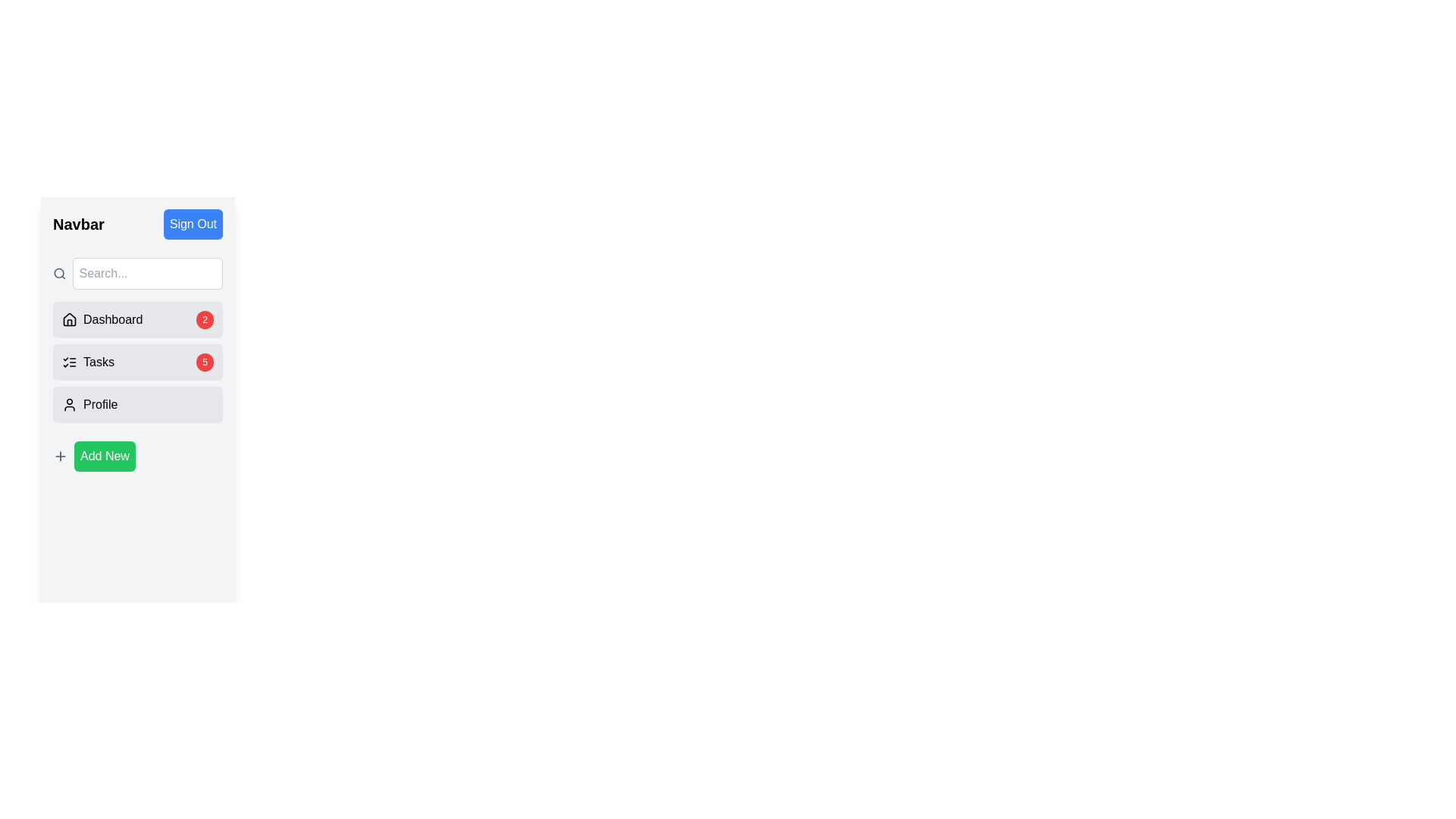  What do you see at coordinates (99, 403) in the screenshot?
I see `label text that indicates the profile section, located in the lower segment of the vertical navigation menu, below the 'Tasks' item and next to a user icon` at bounding box center [99, 403].